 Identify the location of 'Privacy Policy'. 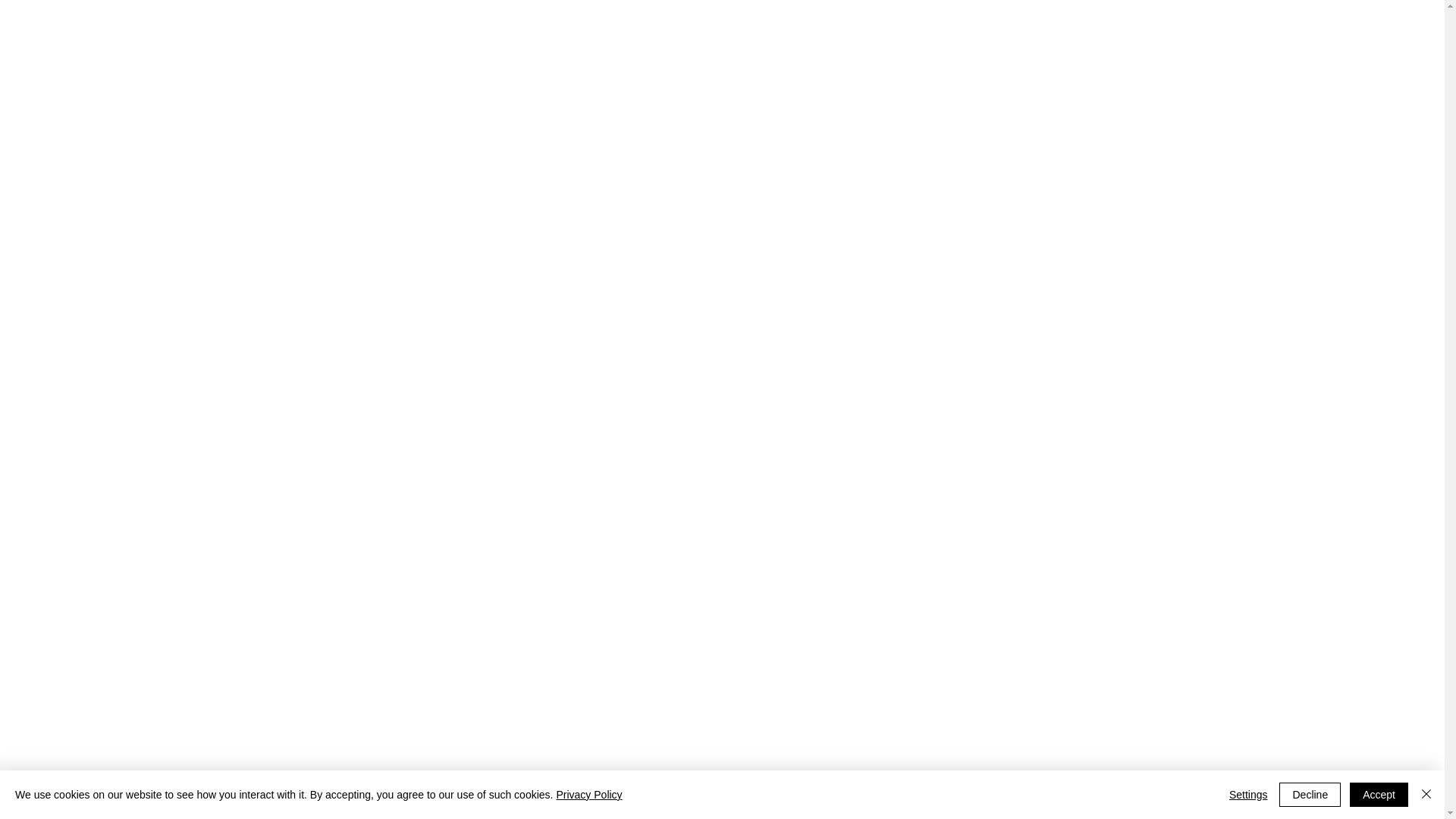
(588, 794).